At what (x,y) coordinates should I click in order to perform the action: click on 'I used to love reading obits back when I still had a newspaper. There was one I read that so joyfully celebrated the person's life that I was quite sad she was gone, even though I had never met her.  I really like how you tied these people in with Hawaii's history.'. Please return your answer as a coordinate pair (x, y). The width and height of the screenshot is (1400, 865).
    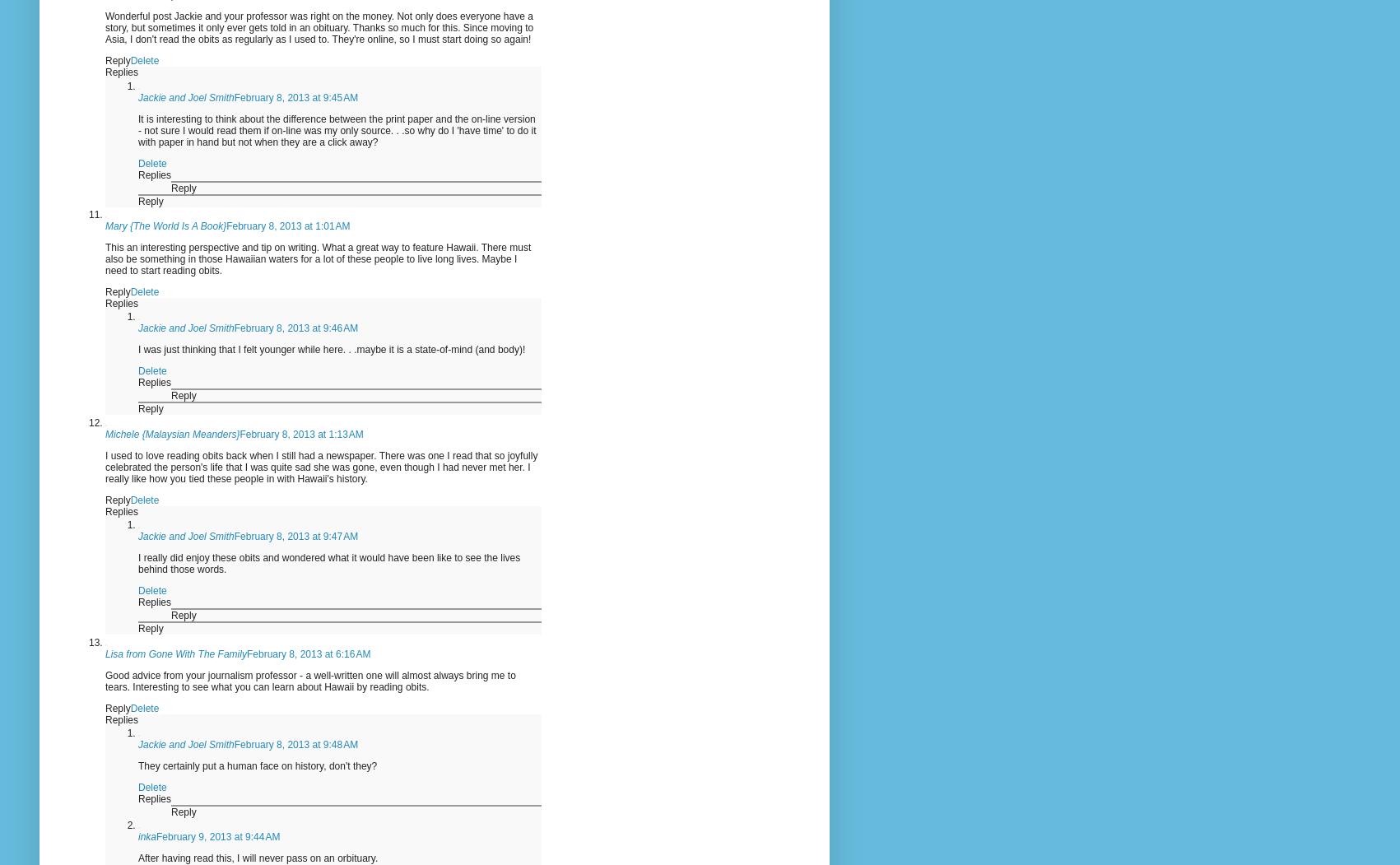
    Looking at the image, I should click on (104, 467).